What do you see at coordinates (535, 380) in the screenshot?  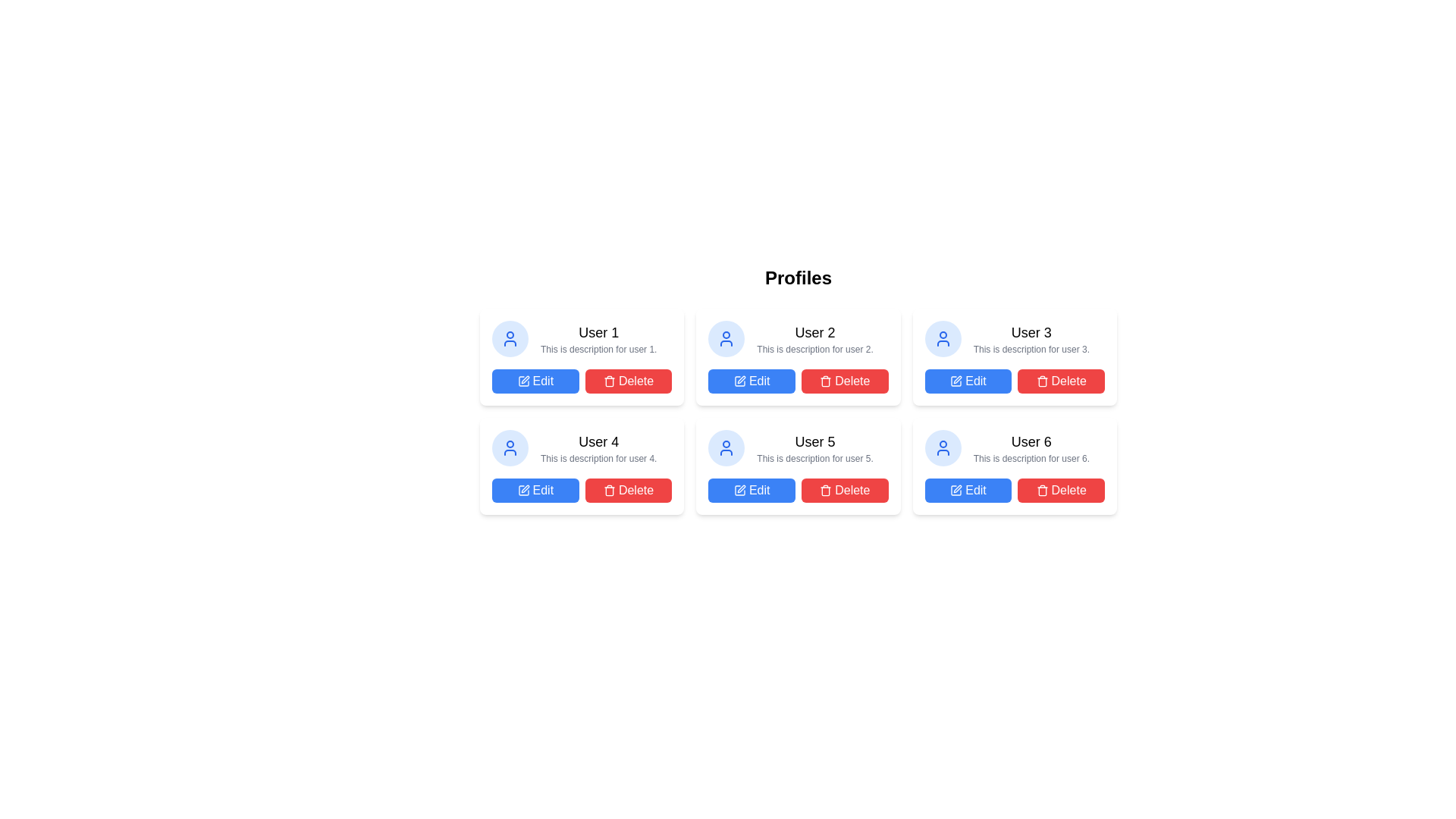 I see `the 'Edit' button, which is a rectangular button with rounded corners, a blue background, and white text, located in the first row and first column of the grid of user profile cards` at bounding box center [535, 380].